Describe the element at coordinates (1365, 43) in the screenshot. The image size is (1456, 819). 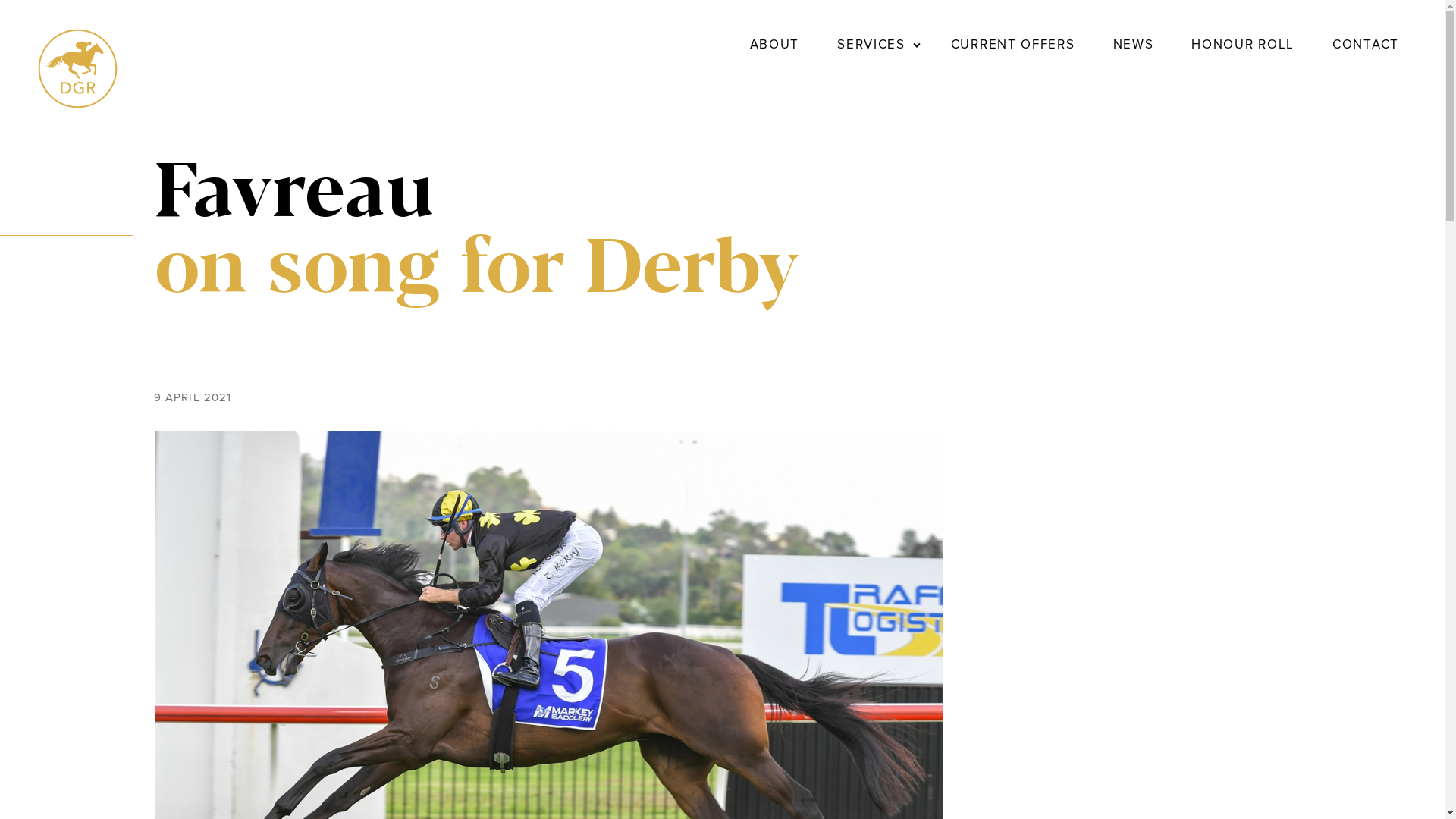
I see `'CONTACT'` at that location.